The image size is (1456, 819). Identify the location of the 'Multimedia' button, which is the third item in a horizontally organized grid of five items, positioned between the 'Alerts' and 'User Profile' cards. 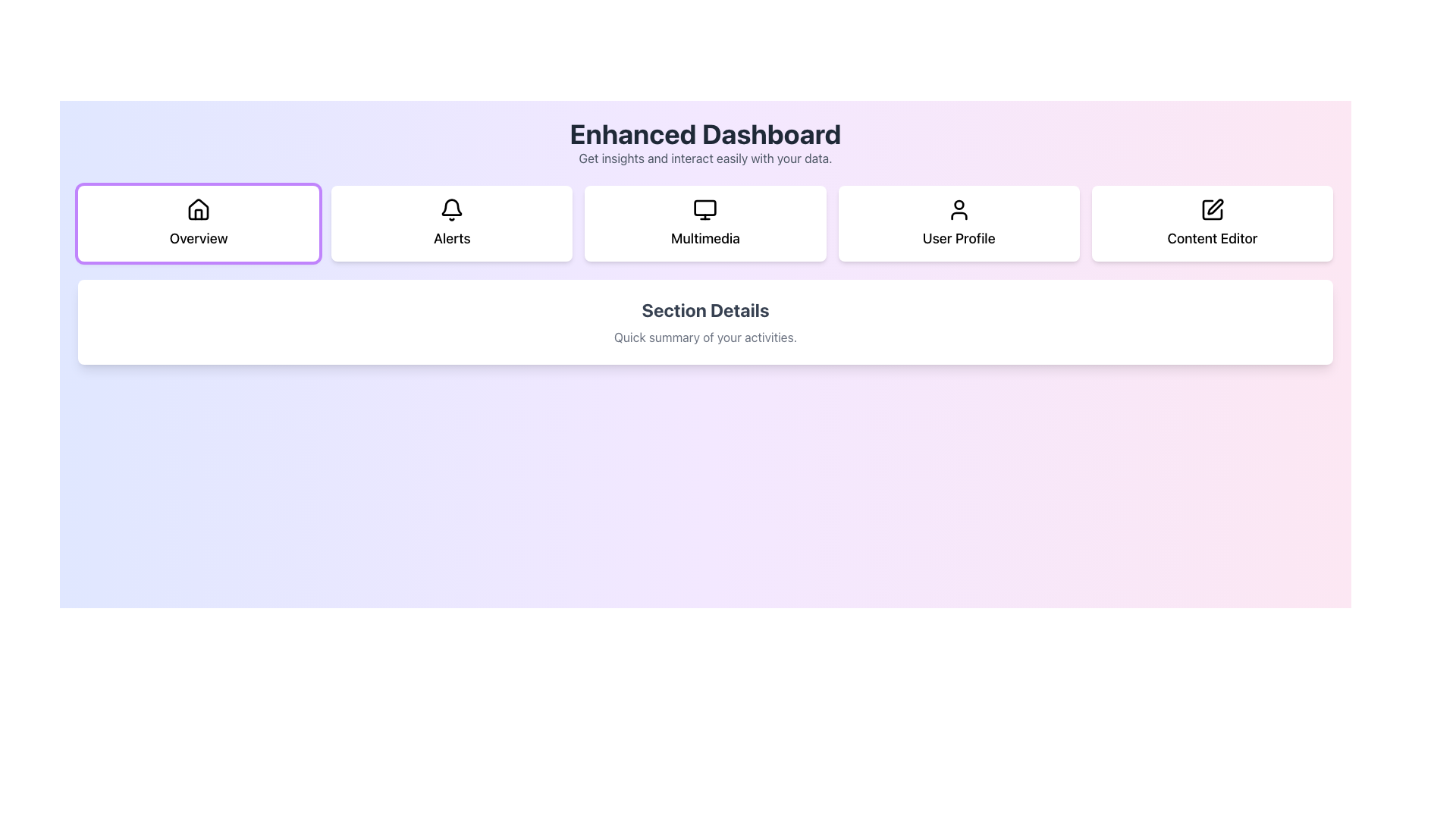
(704, 223).